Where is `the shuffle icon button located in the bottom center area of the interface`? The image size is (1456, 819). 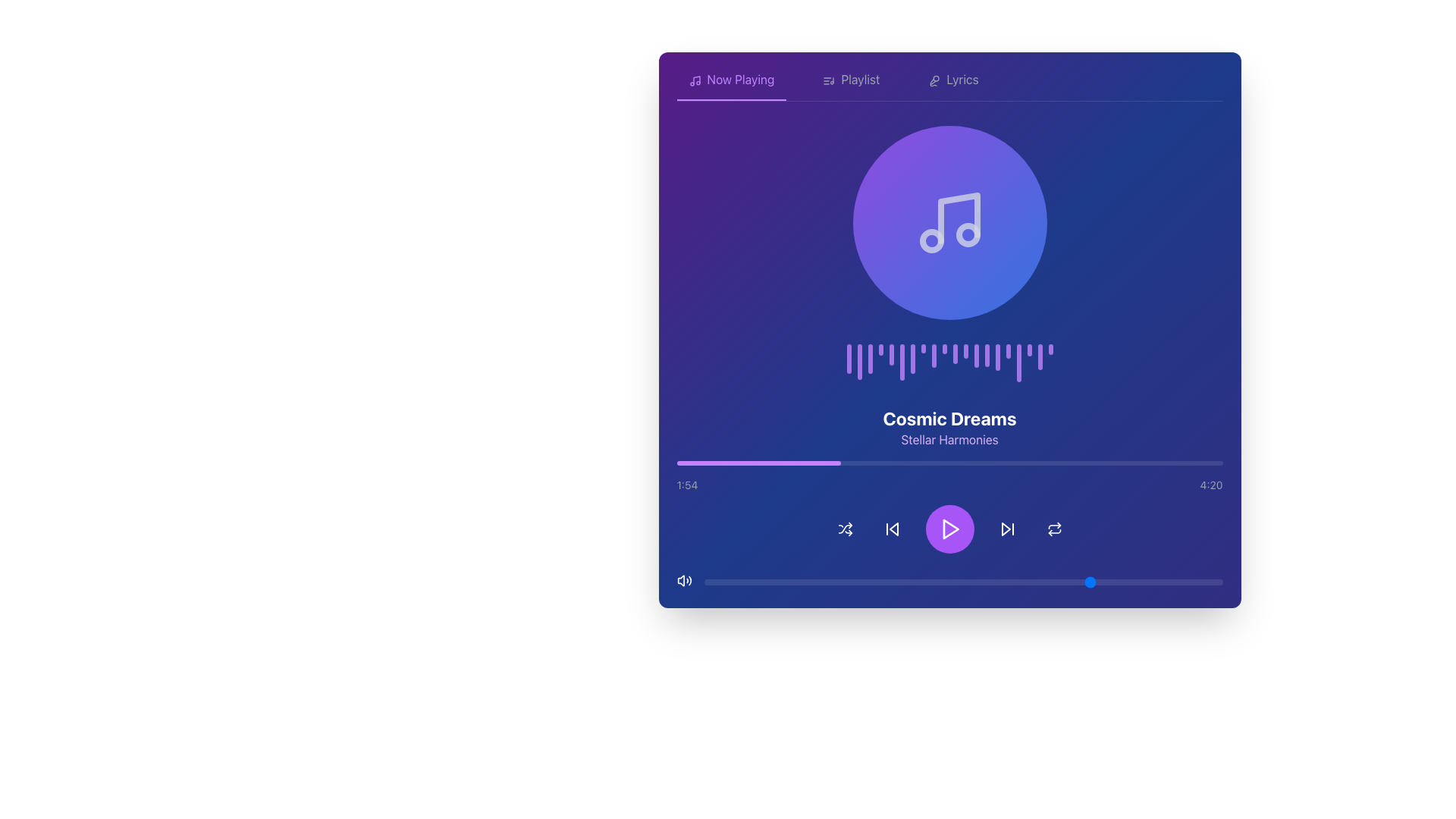
the shuffle icon button located in the bottom center area of the interface is located at coordinates (844, 529).